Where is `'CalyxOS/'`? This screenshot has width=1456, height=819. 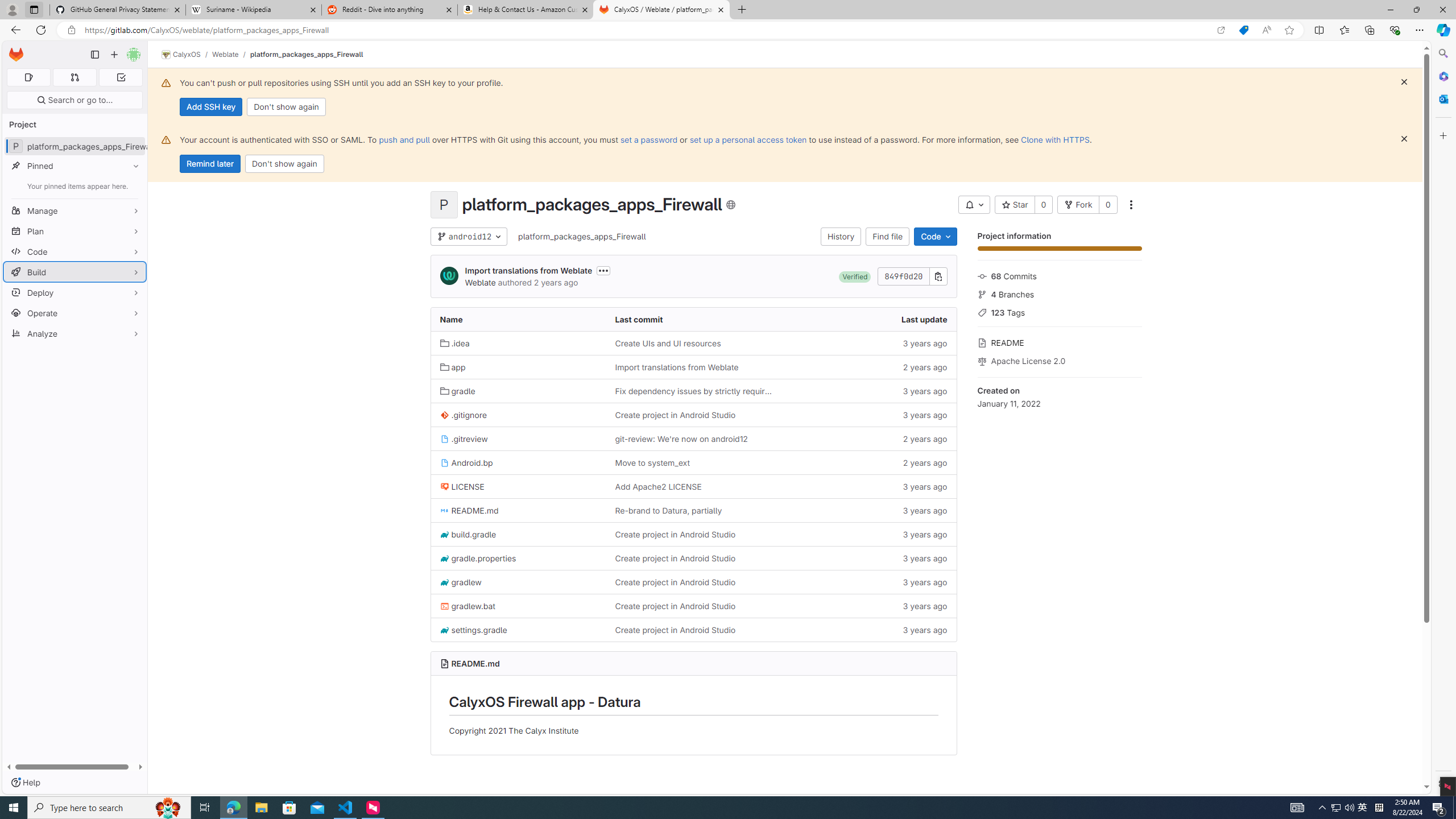 'CalyxOS/' is located at coordinates (186, 54).